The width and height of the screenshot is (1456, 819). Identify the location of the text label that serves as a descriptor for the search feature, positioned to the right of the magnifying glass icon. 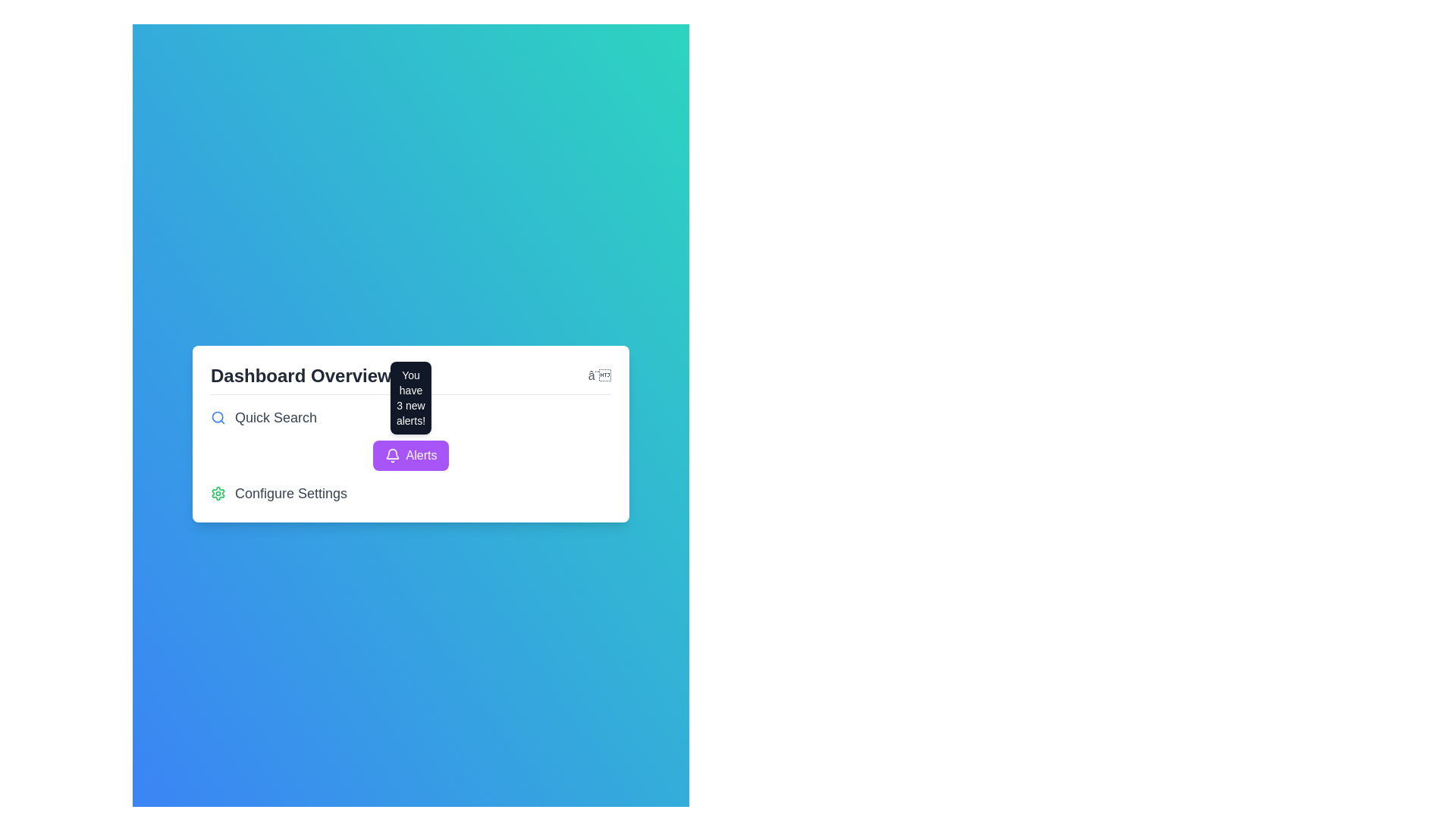
(276, 417).